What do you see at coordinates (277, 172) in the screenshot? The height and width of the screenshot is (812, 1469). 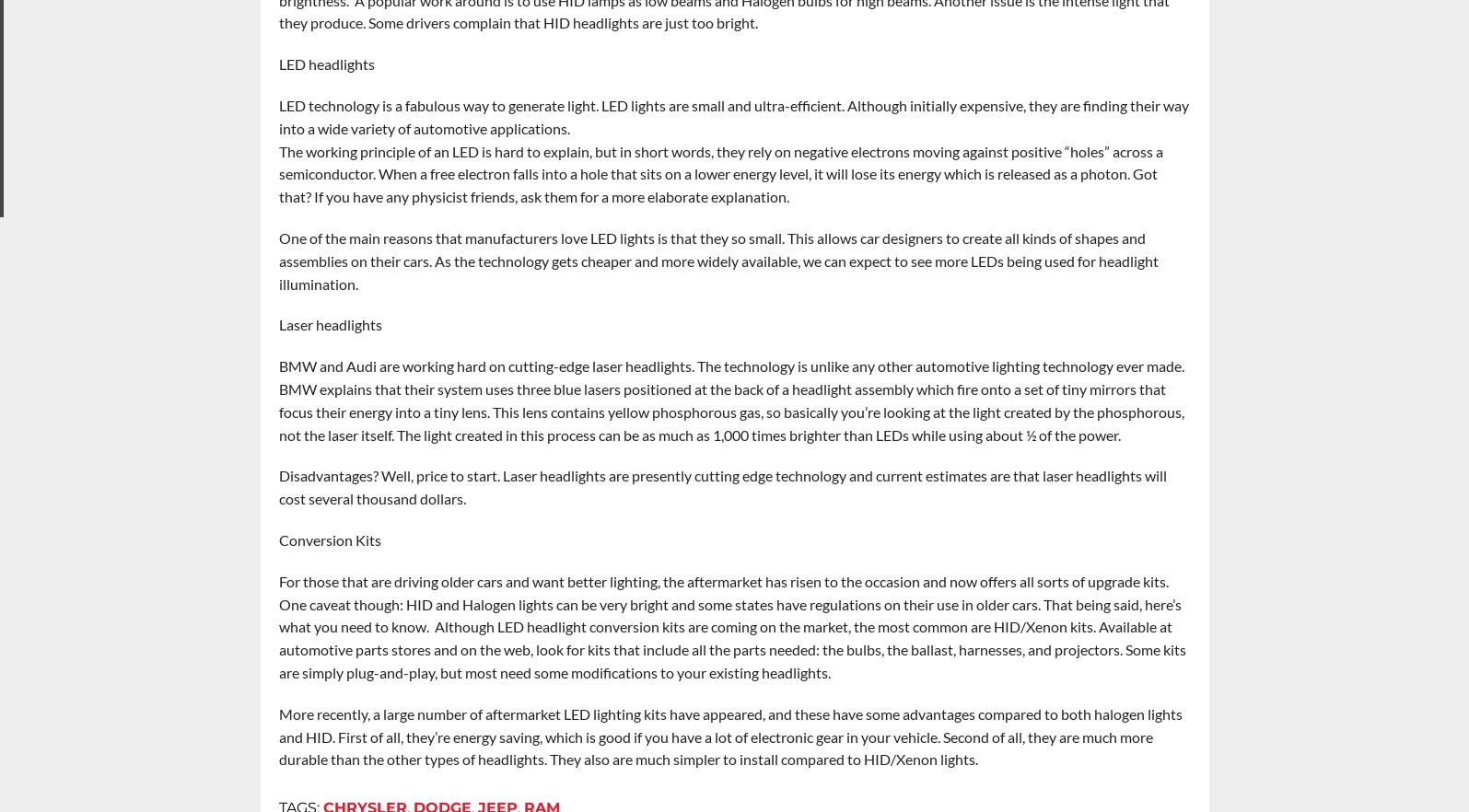 I see `'The working principle of an LED is hard to explain, but in short words, they rely on negative electrons moving against positive “holes” across a semiconductor. When a free electron falls into a hole that sits on a lower energy level, it will lose its energy which is released as a photon. Got that? If you have any physicist friends, ask them for a more elaborate explanation.'` at bounding box center [277, 172].